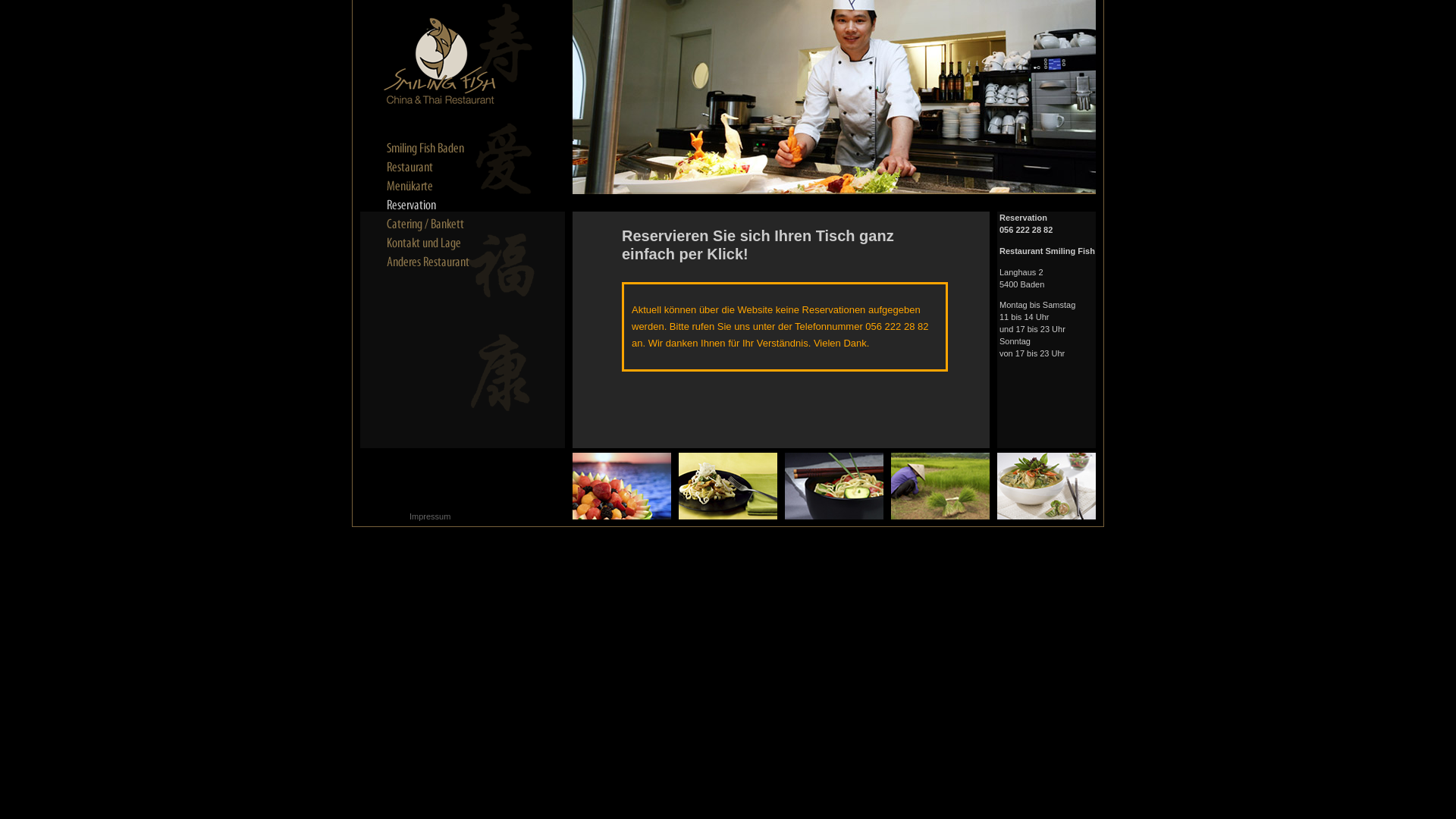 Image resolution: width=1456 pixels, height=819 pixels. What do you see at coordinates (386, 205) in the screenshot?
I see `'Reservation'` at bounding box center [386, 205].